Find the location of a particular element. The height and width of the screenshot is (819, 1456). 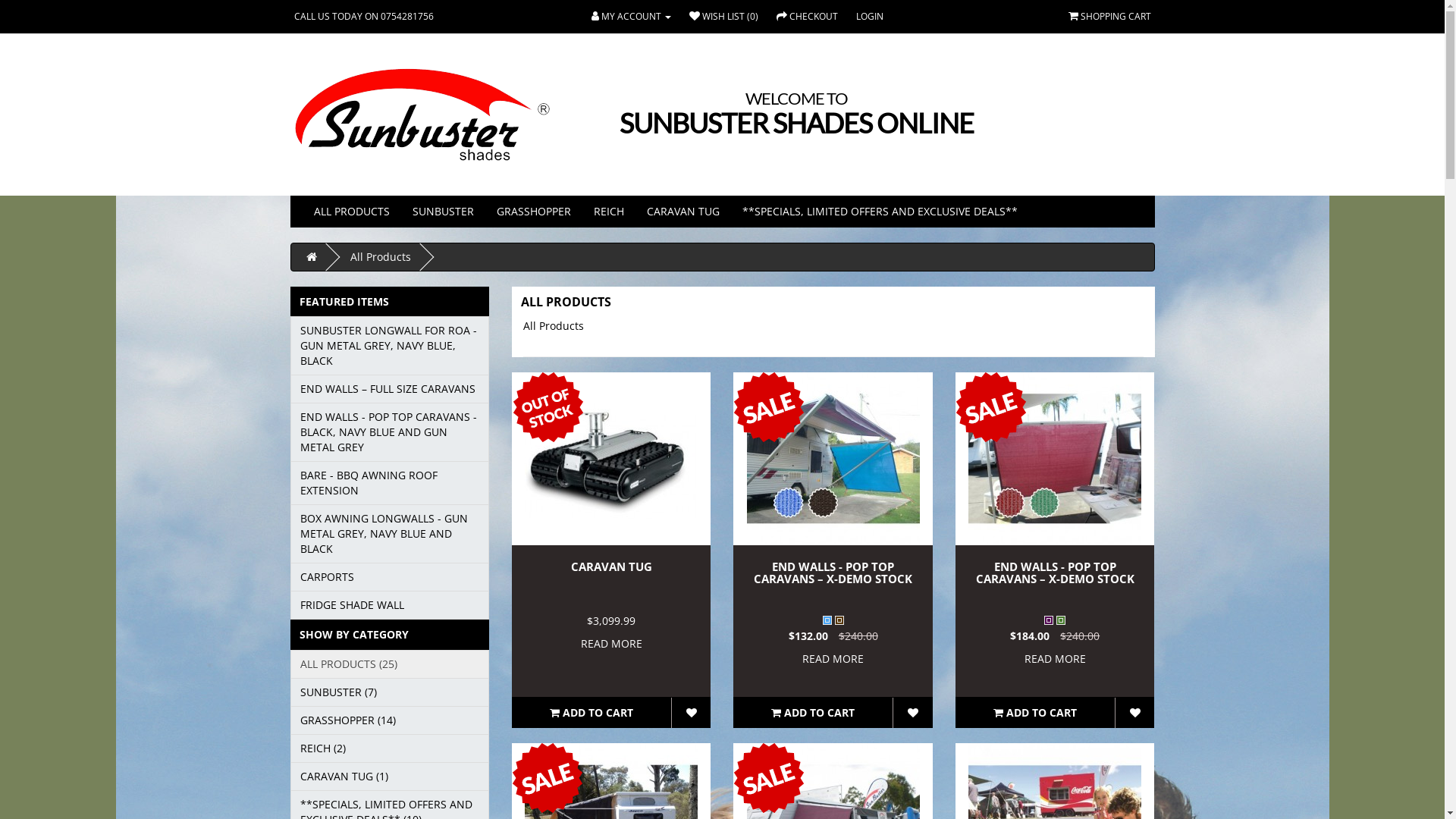

'ALL PRODUCTS' is located at coordinates (350, 211).